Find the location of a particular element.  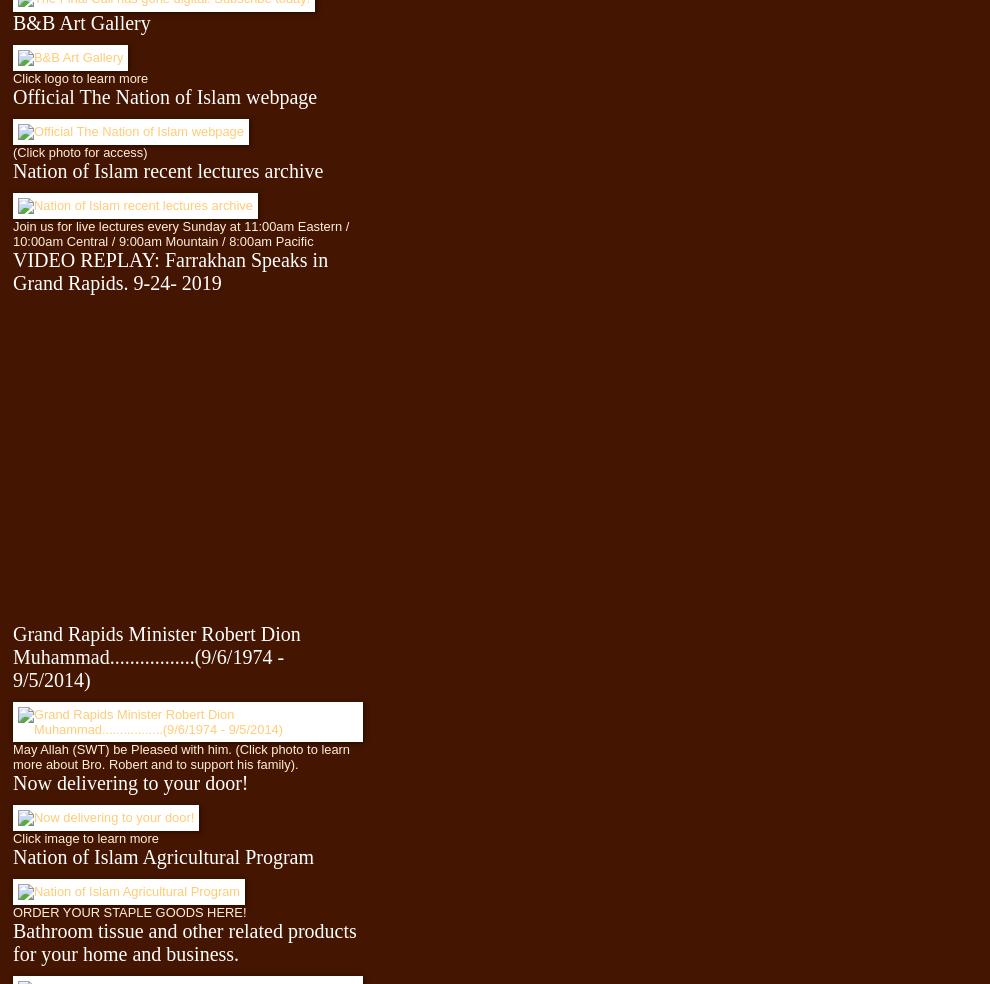

'Official The Nation of Islam webpage' is located at coordinates (165, 95).